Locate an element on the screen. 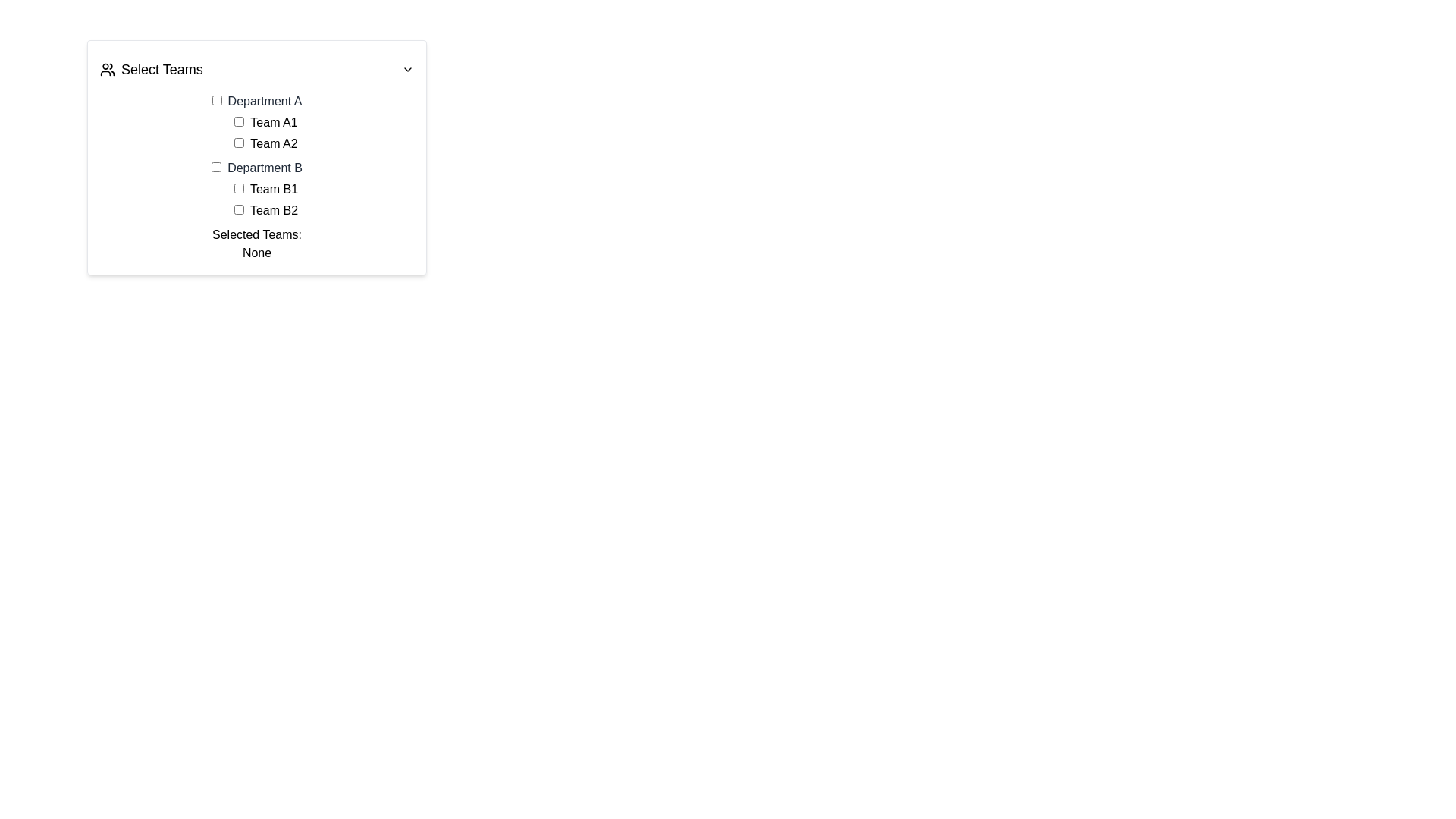 The image size is (1456, 819). the Chevron icon located in the header of the 'Select Teams' dropdown menu is located at coordinates (407, 70).